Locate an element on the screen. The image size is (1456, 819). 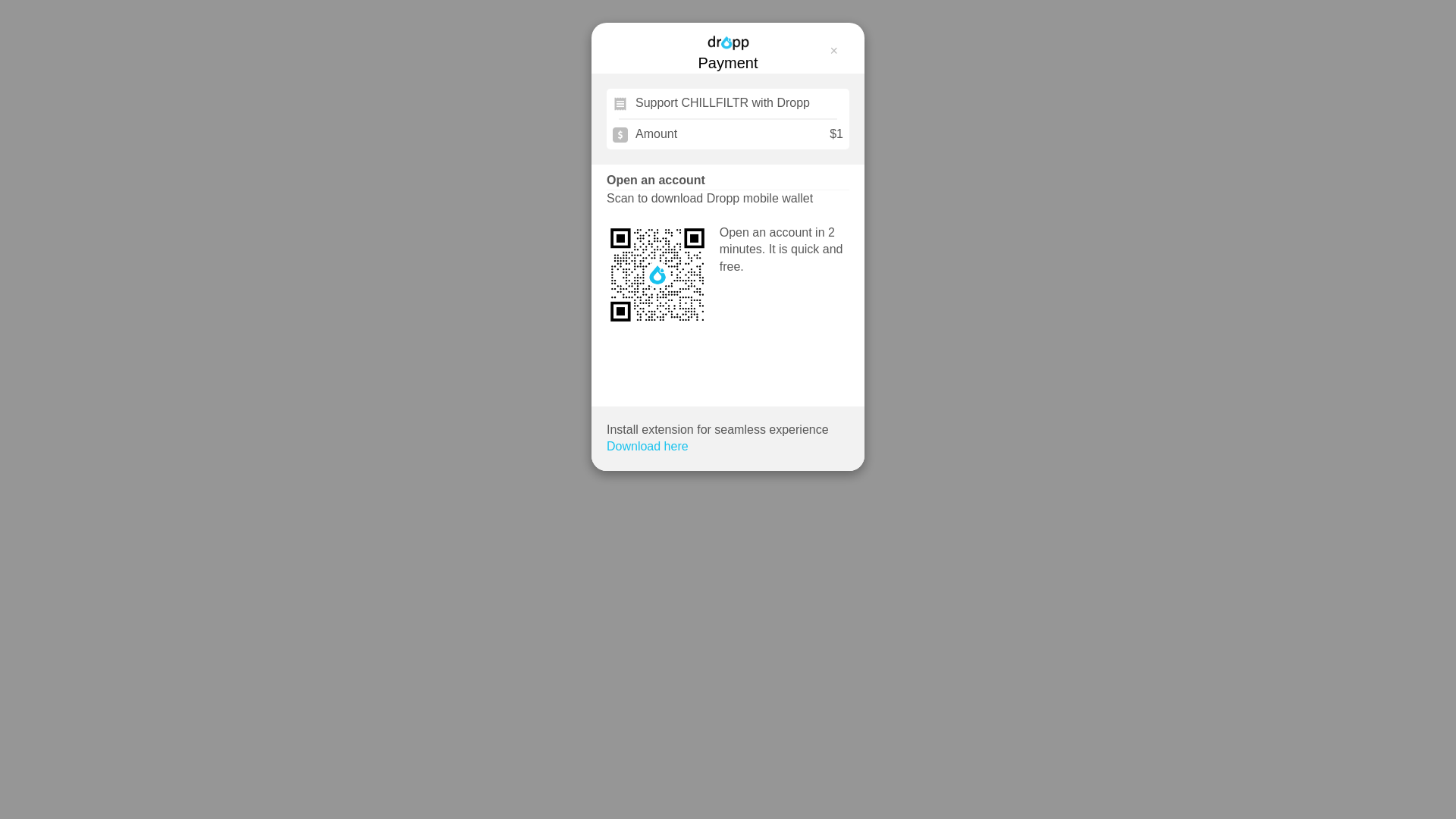
'Download here' is located at coordinates (648, 446).